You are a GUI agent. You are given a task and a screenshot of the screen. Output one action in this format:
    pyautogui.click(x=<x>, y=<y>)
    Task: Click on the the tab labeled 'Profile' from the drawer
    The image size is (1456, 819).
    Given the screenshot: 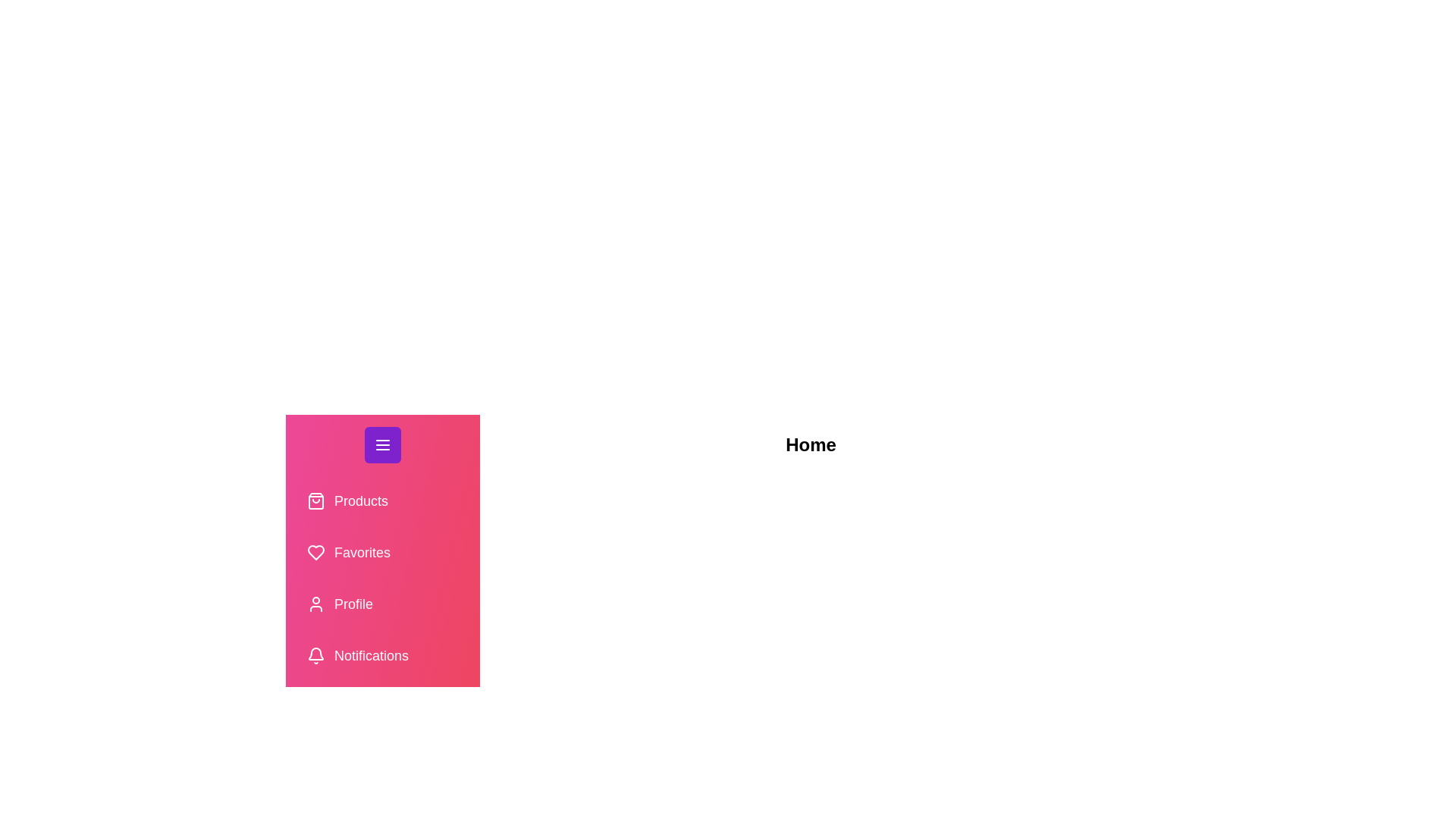 What is the action you would take?
    pyautogui.click(x=382, y=604)
    